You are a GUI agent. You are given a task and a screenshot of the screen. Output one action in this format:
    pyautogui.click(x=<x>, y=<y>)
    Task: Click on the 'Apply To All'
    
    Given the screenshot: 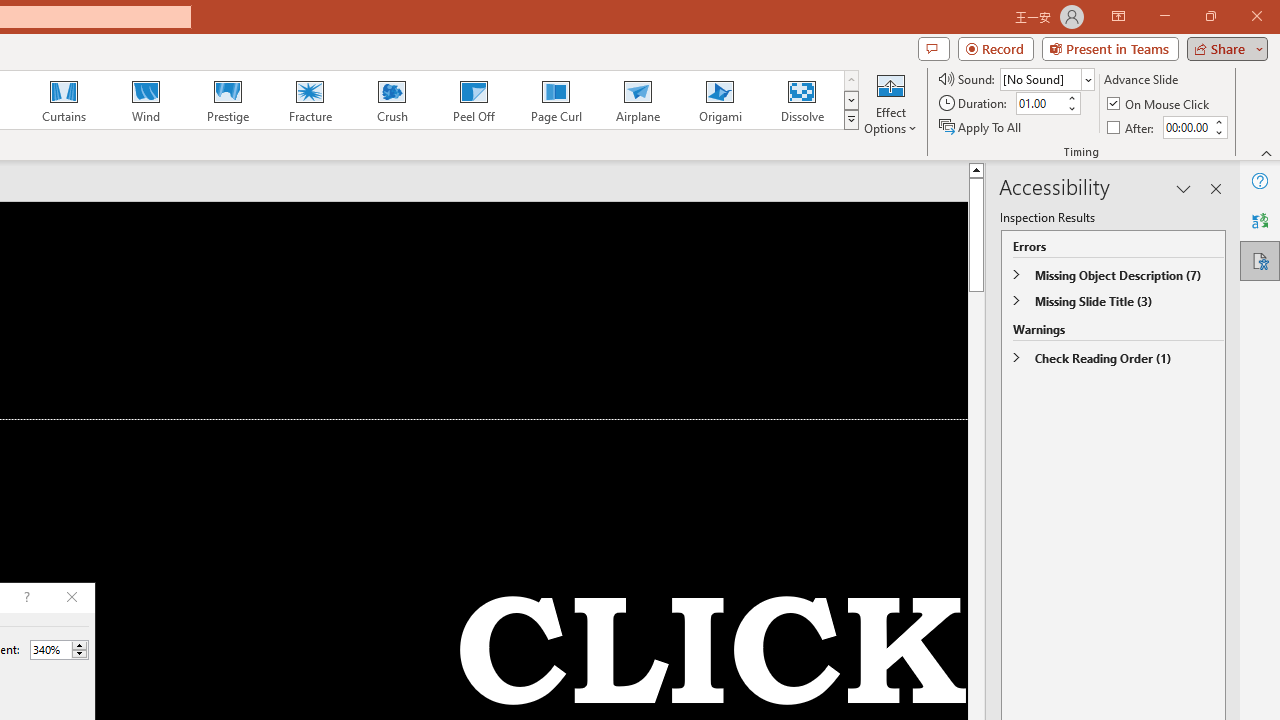 What is the action you would take?
    pyautogui.click(x=981, y=127)
    